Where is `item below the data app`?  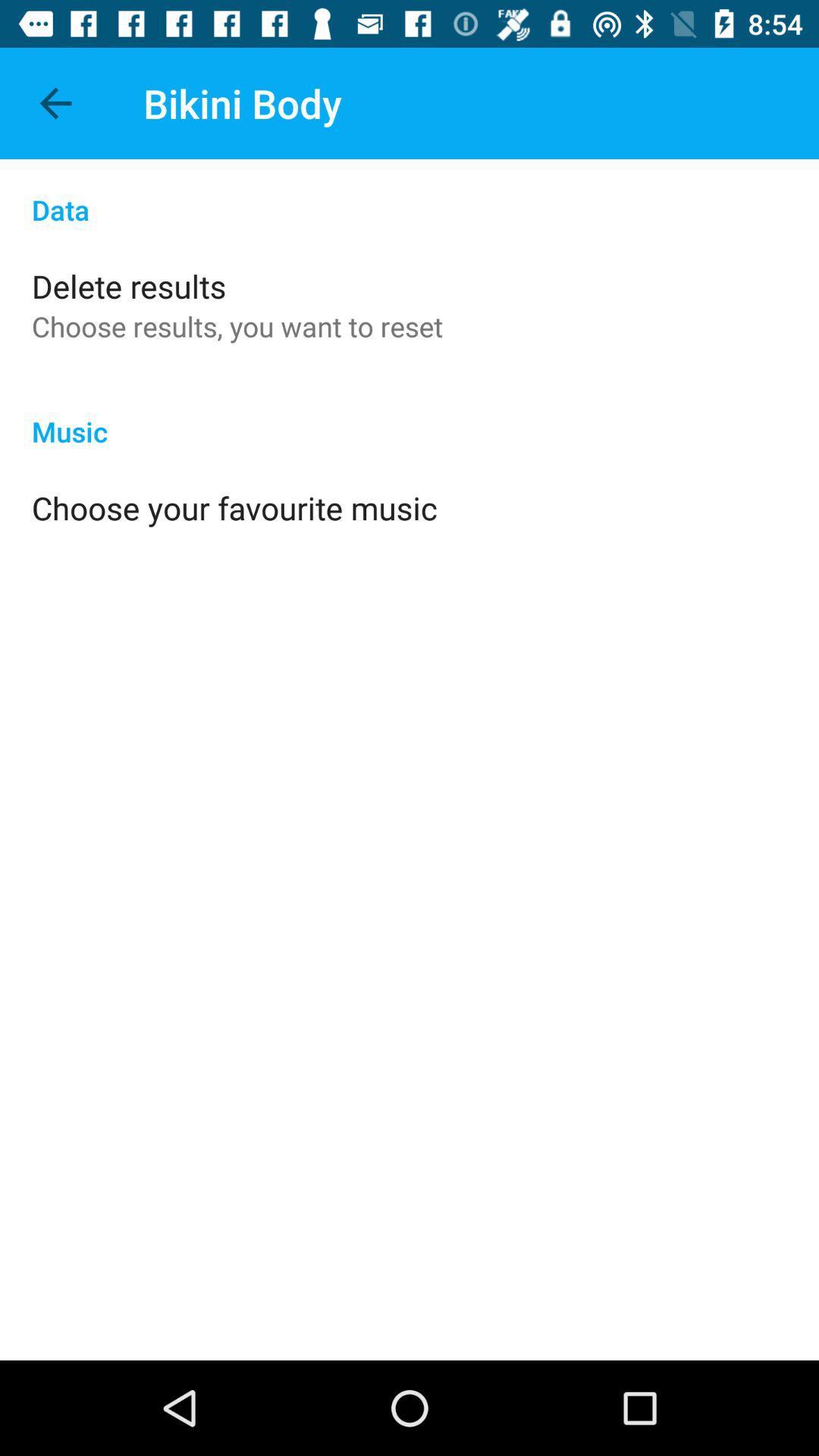
item below the data app is located at coordinates (128, 286).